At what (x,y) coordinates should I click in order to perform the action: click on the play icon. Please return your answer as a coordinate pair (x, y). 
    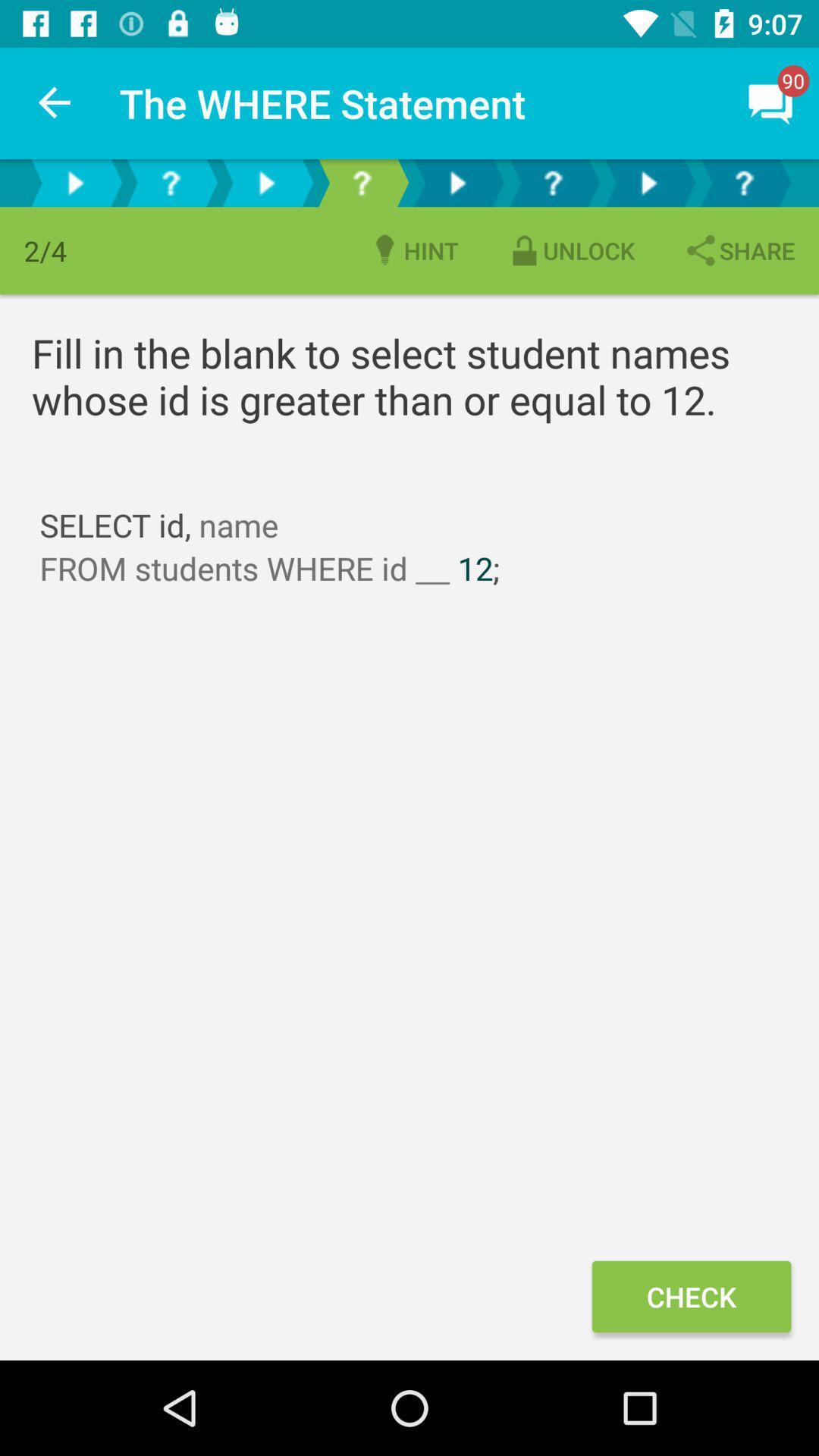
    Looking at the image, I should click on (75, 182).